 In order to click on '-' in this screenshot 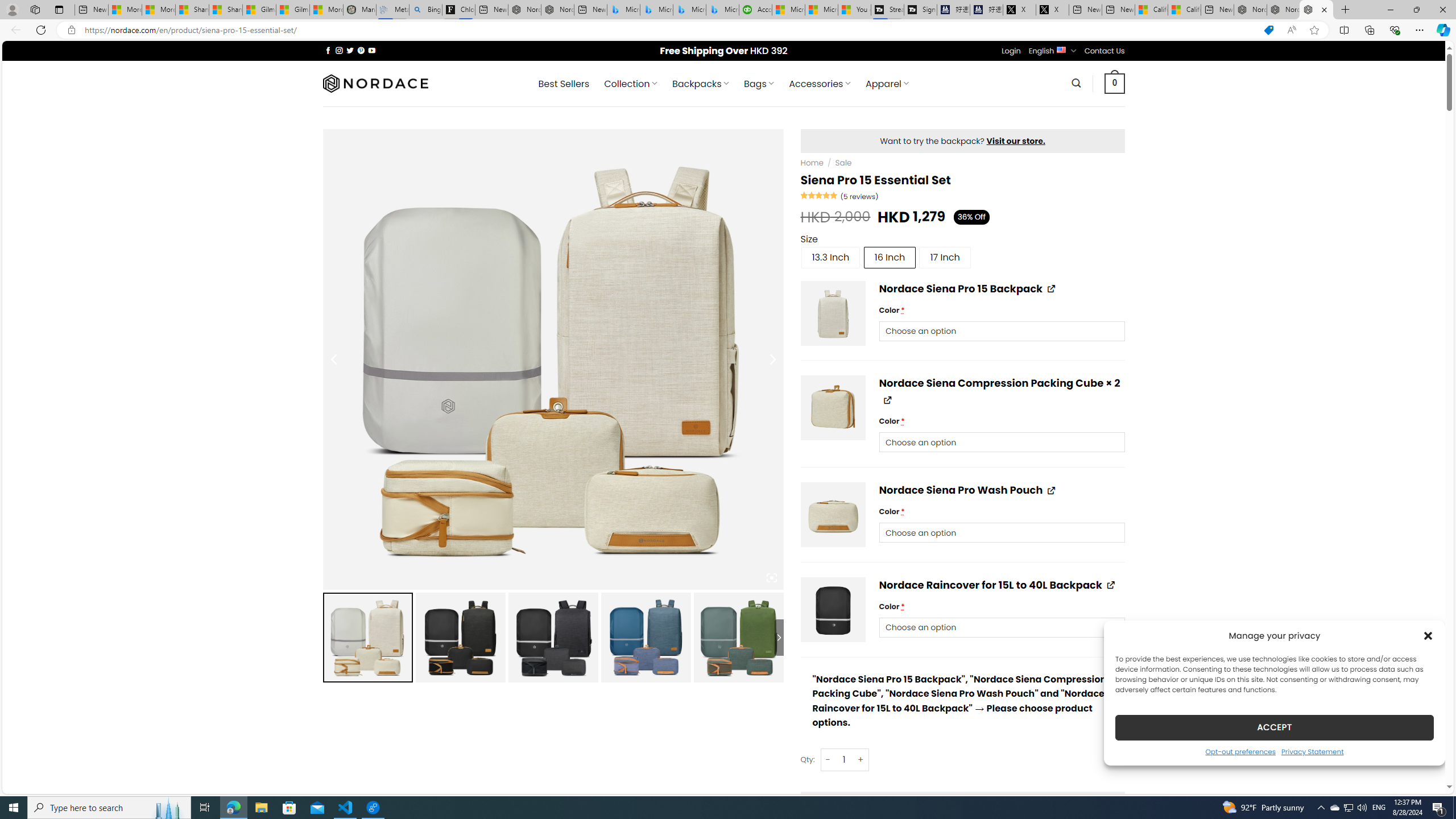, I will do `click(828, 759)`.